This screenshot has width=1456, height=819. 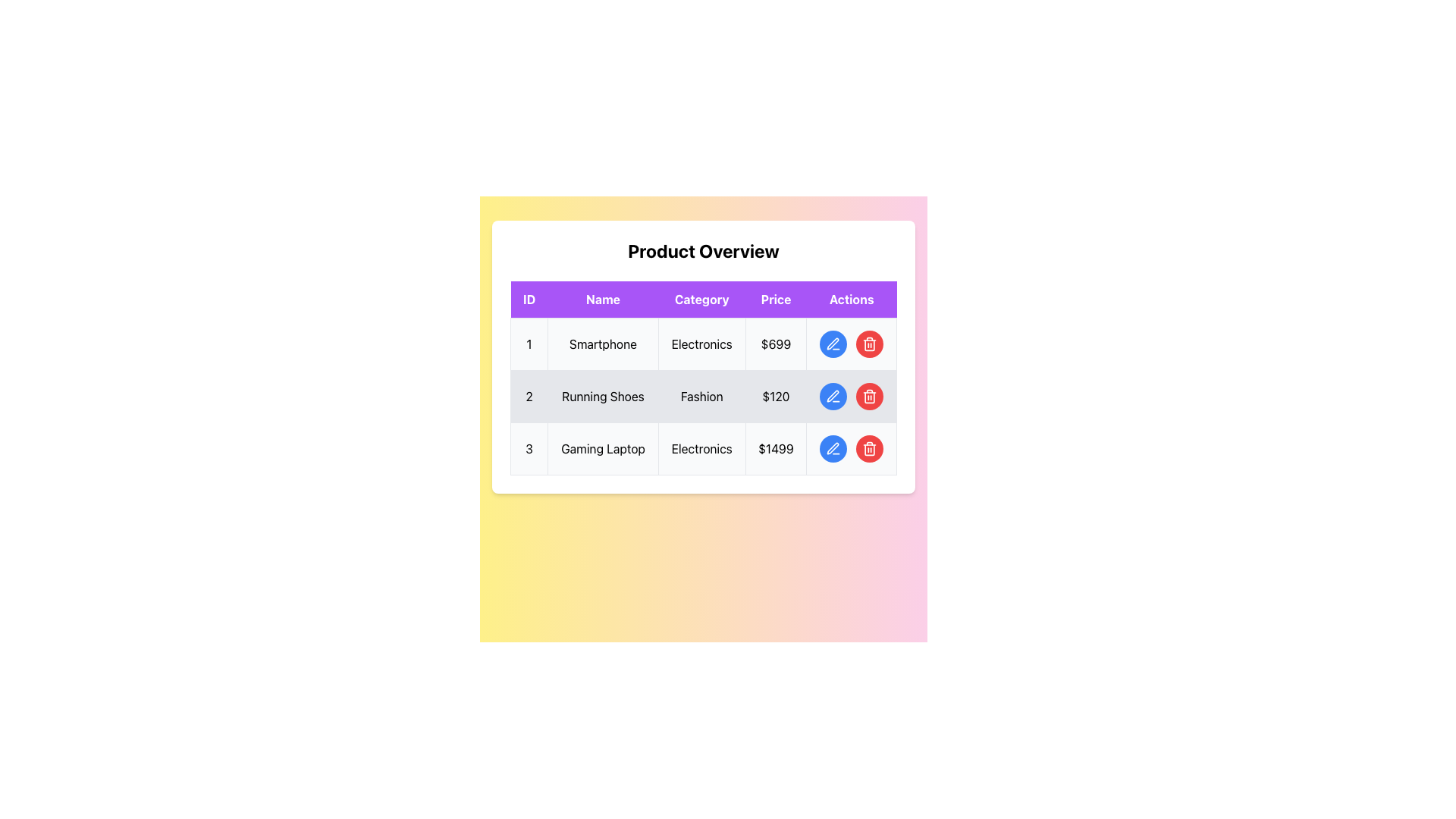 I want to click on the 'Electronics' text label in the first row of the table, which is bold and displayed on a white background, so click(x=701, y=344).